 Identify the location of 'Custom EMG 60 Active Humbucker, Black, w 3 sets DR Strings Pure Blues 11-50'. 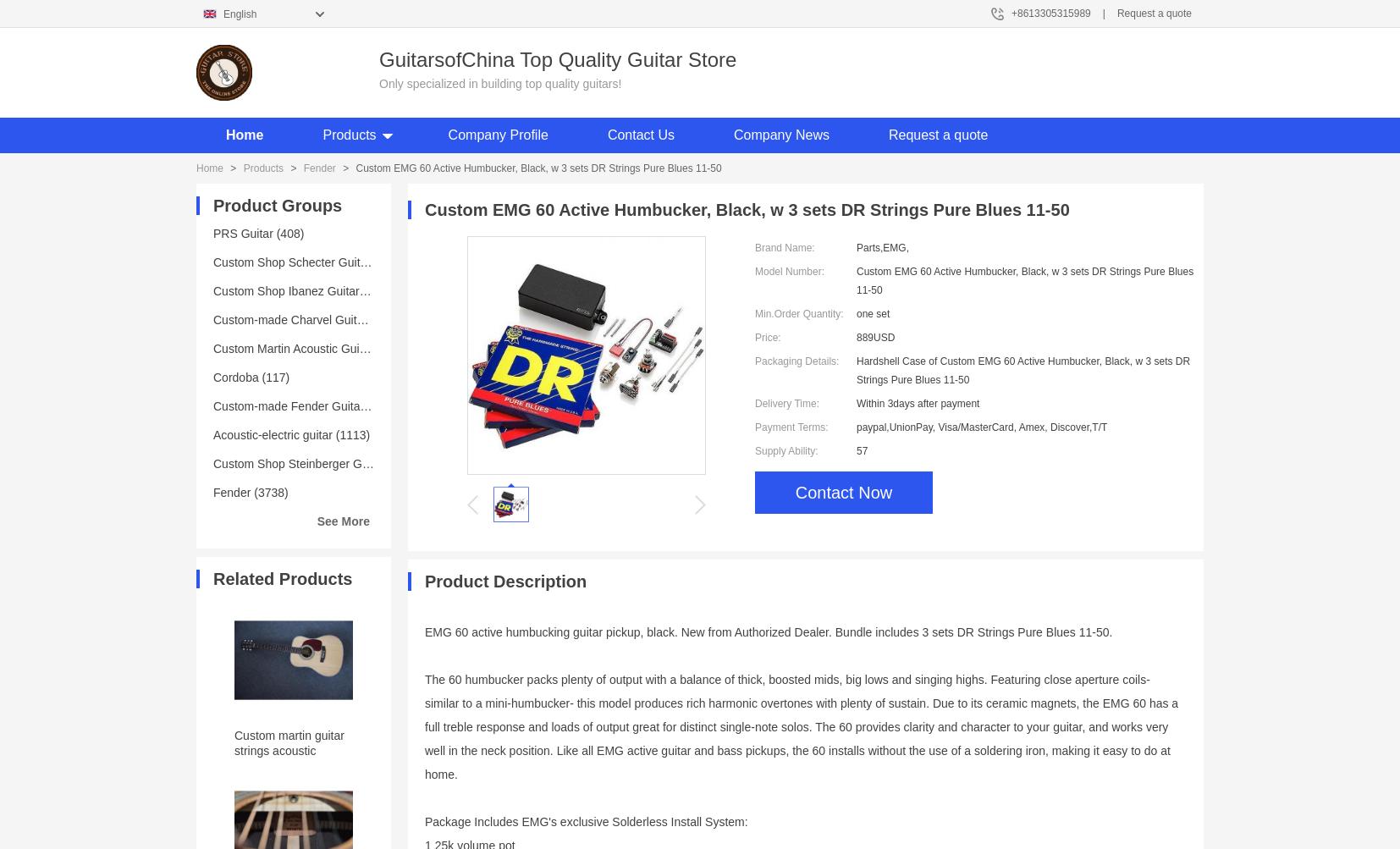
(537, 167).